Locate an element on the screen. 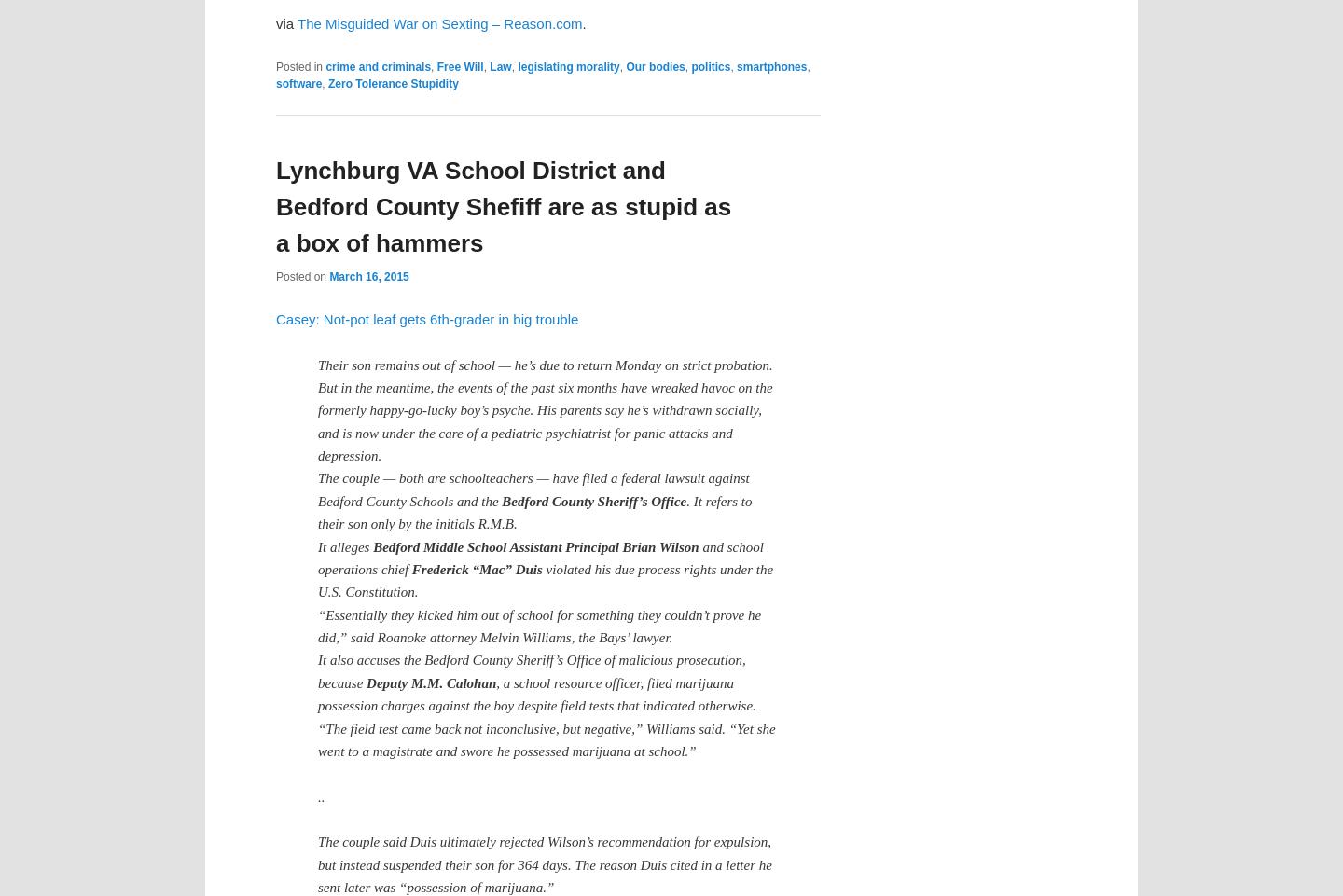 This screenshot has width=1343, height=896. 'Bedford Middle School Assistant Principal Brian Wilson' is located at coordinates (372, 545).